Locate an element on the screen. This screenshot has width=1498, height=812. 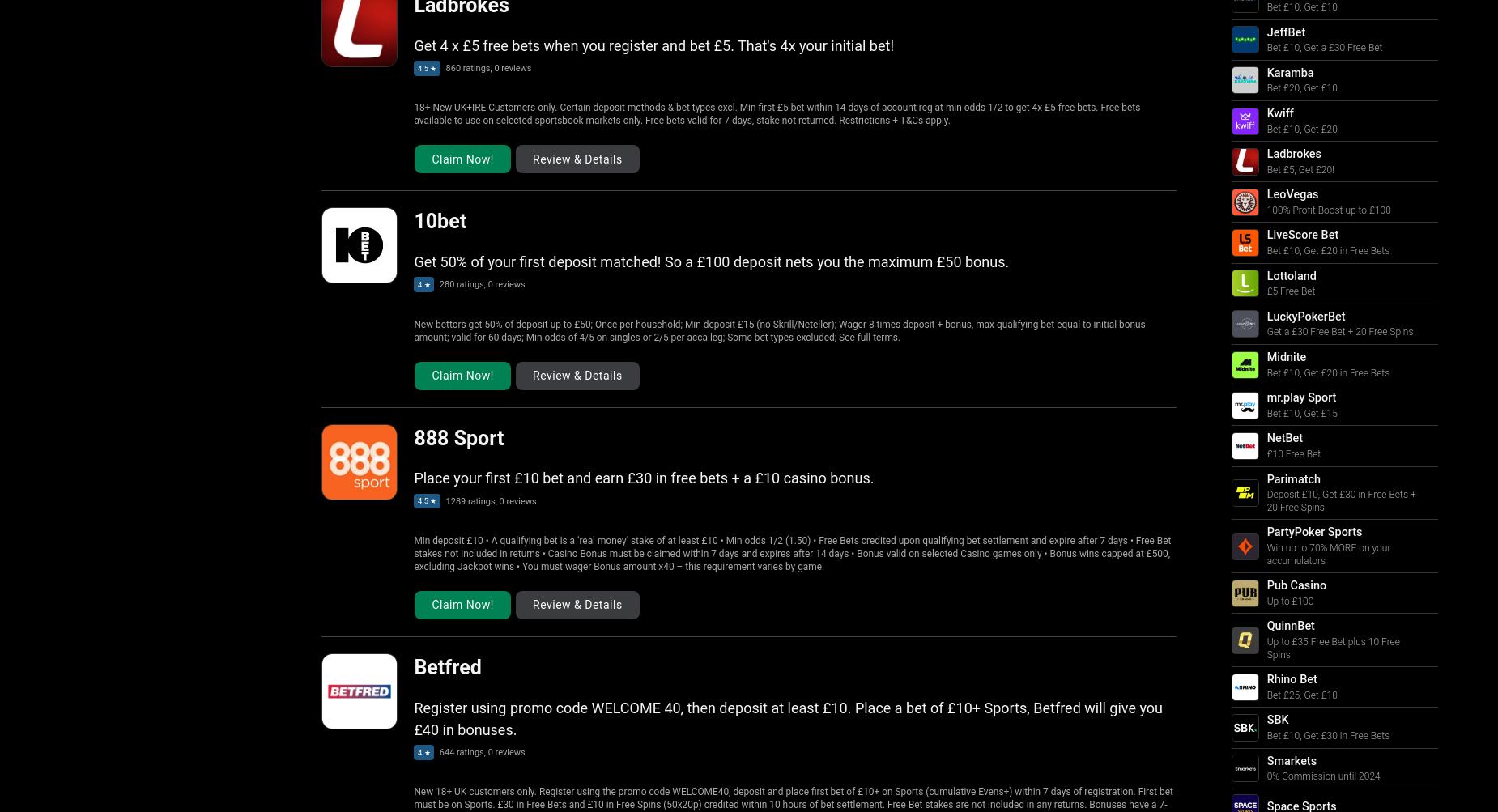
'Deposit £10, Get £30 in Free Bets + 20 Free Spins' is located at coordinates (1340, 500).